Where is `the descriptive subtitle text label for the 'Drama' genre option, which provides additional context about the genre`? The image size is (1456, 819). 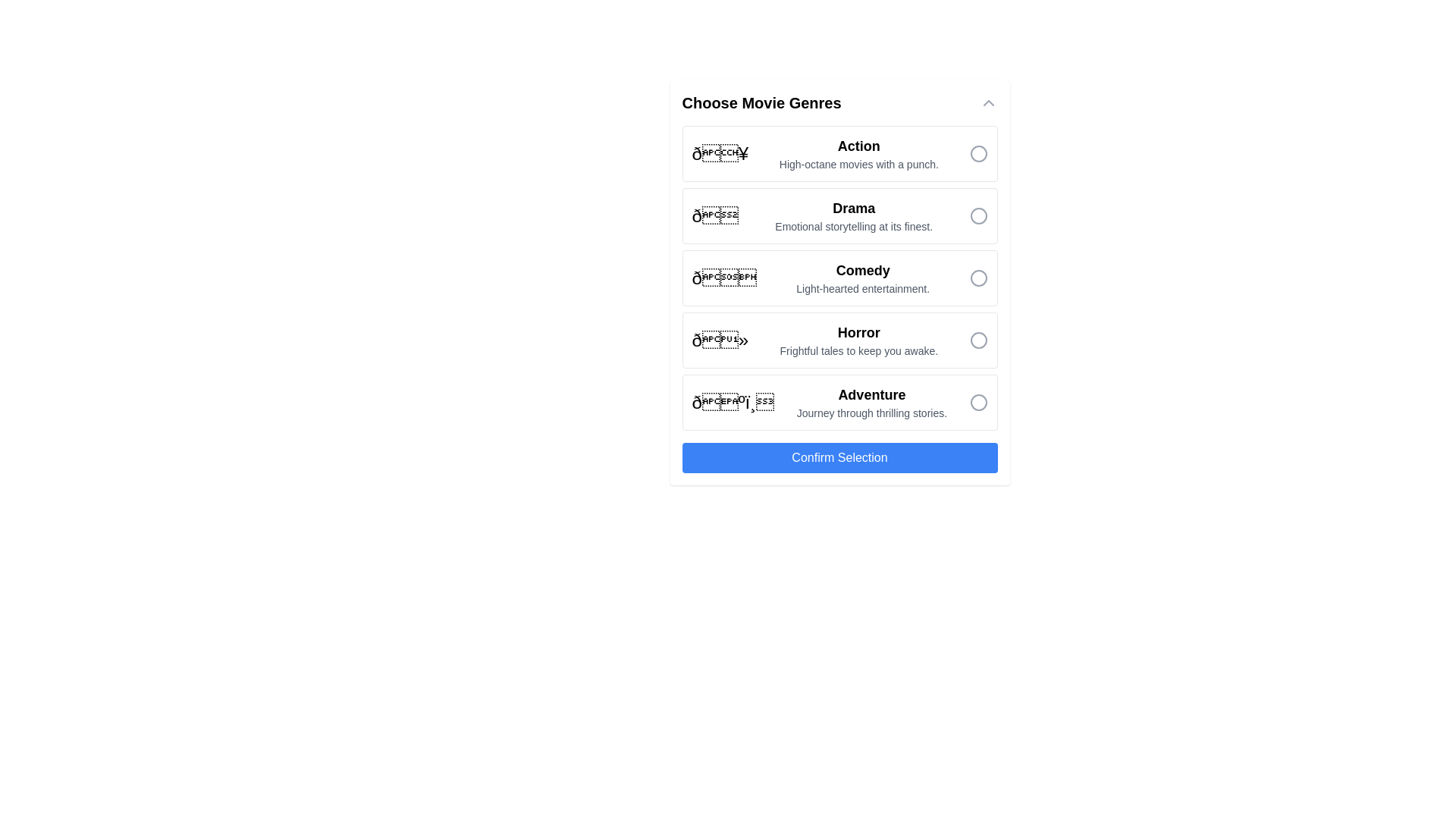 the descriptive subtitle text label for the 'Drama' genre option, which provides additional context about the genre is located at coordinates (854, 227).